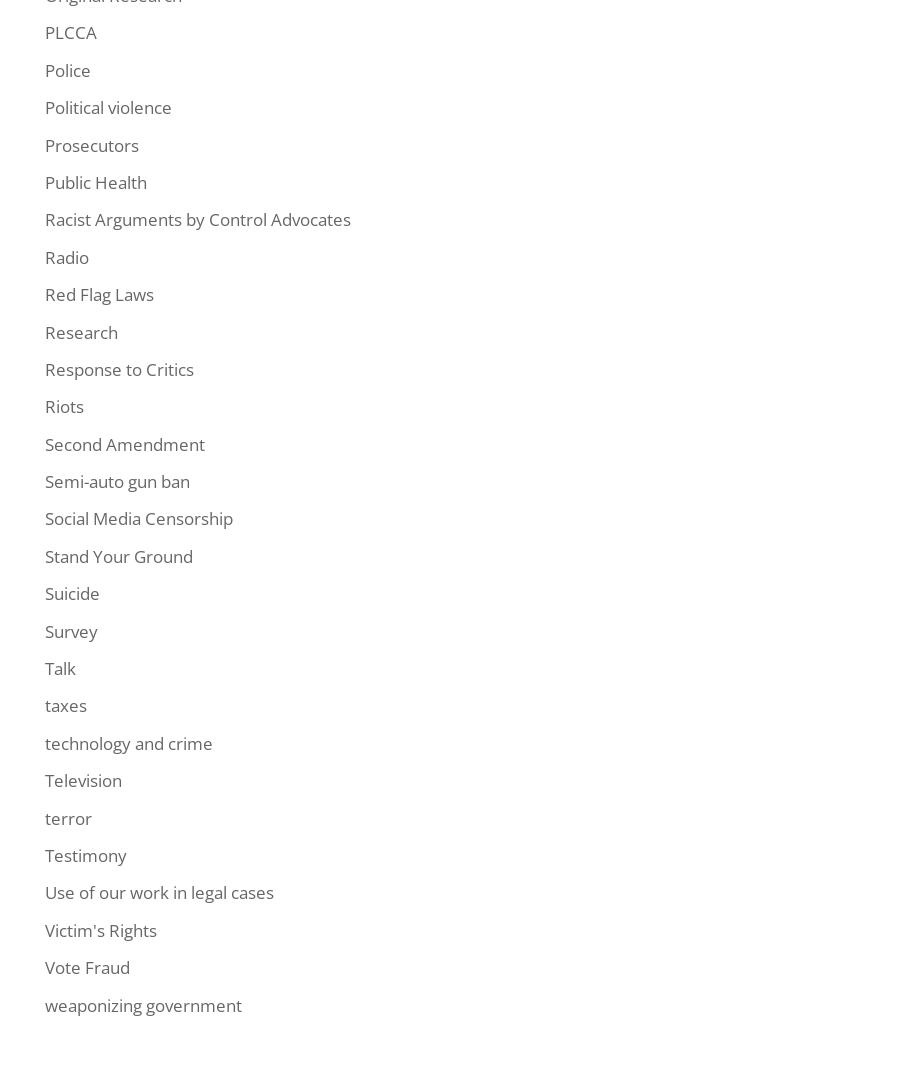 This screenshot has height=1073, width=900. I want to click on 'Police', so click(44, 69).